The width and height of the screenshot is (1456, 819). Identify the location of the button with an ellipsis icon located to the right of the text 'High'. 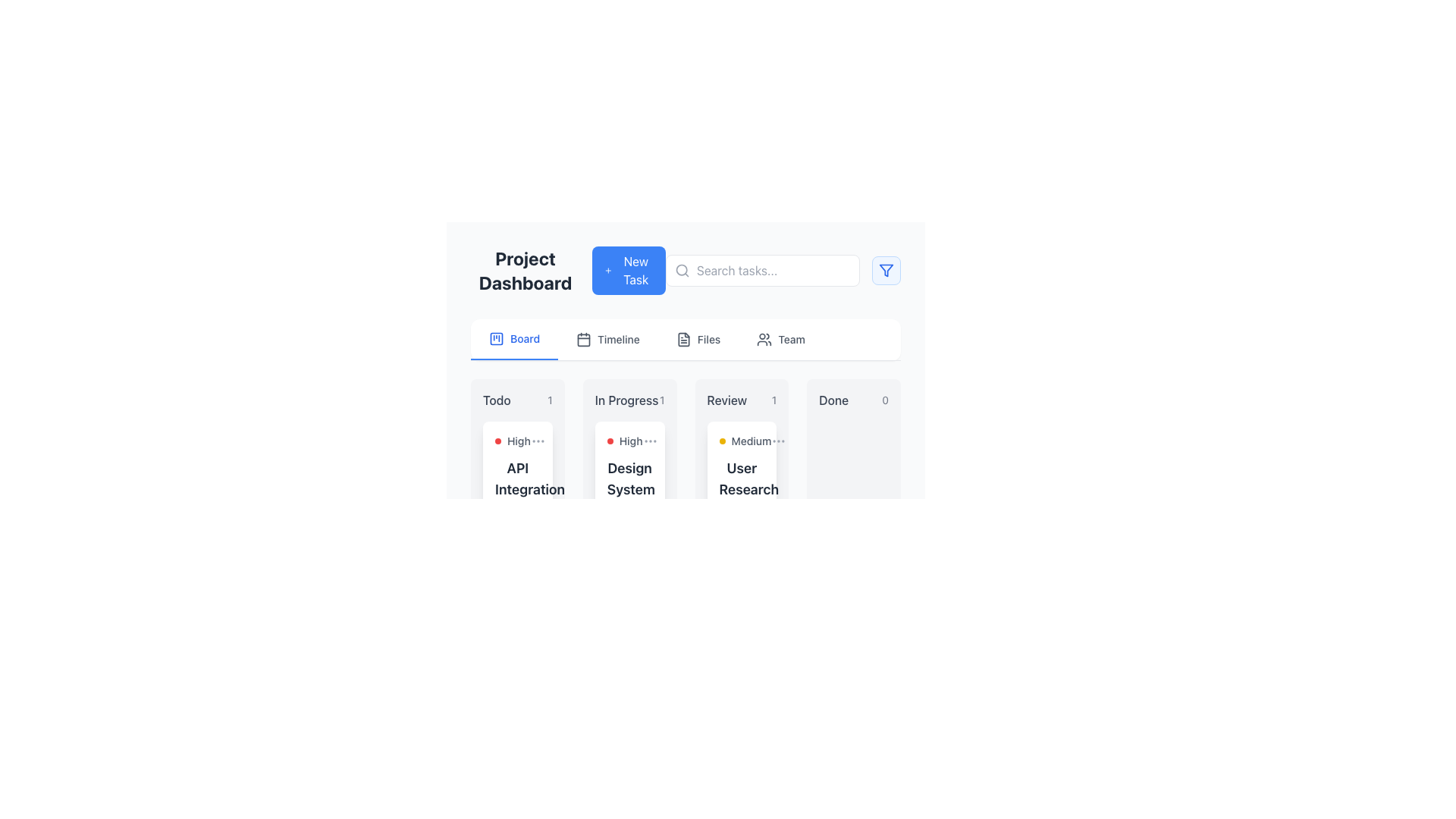
(538, 441).